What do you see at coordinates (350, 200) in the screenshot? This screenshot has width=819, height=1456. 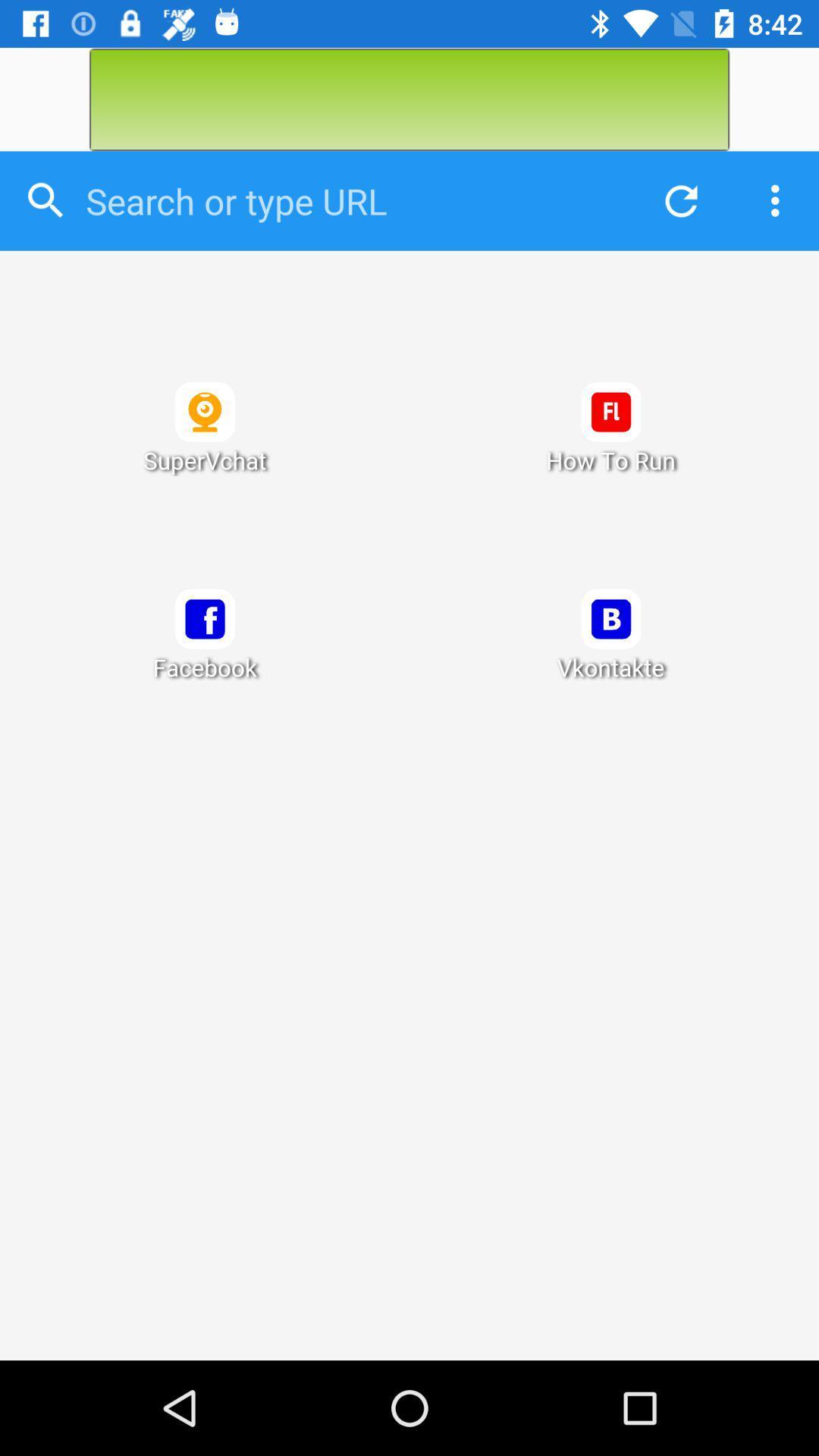 I see `switch the search option` at bounding box center [350, 200].